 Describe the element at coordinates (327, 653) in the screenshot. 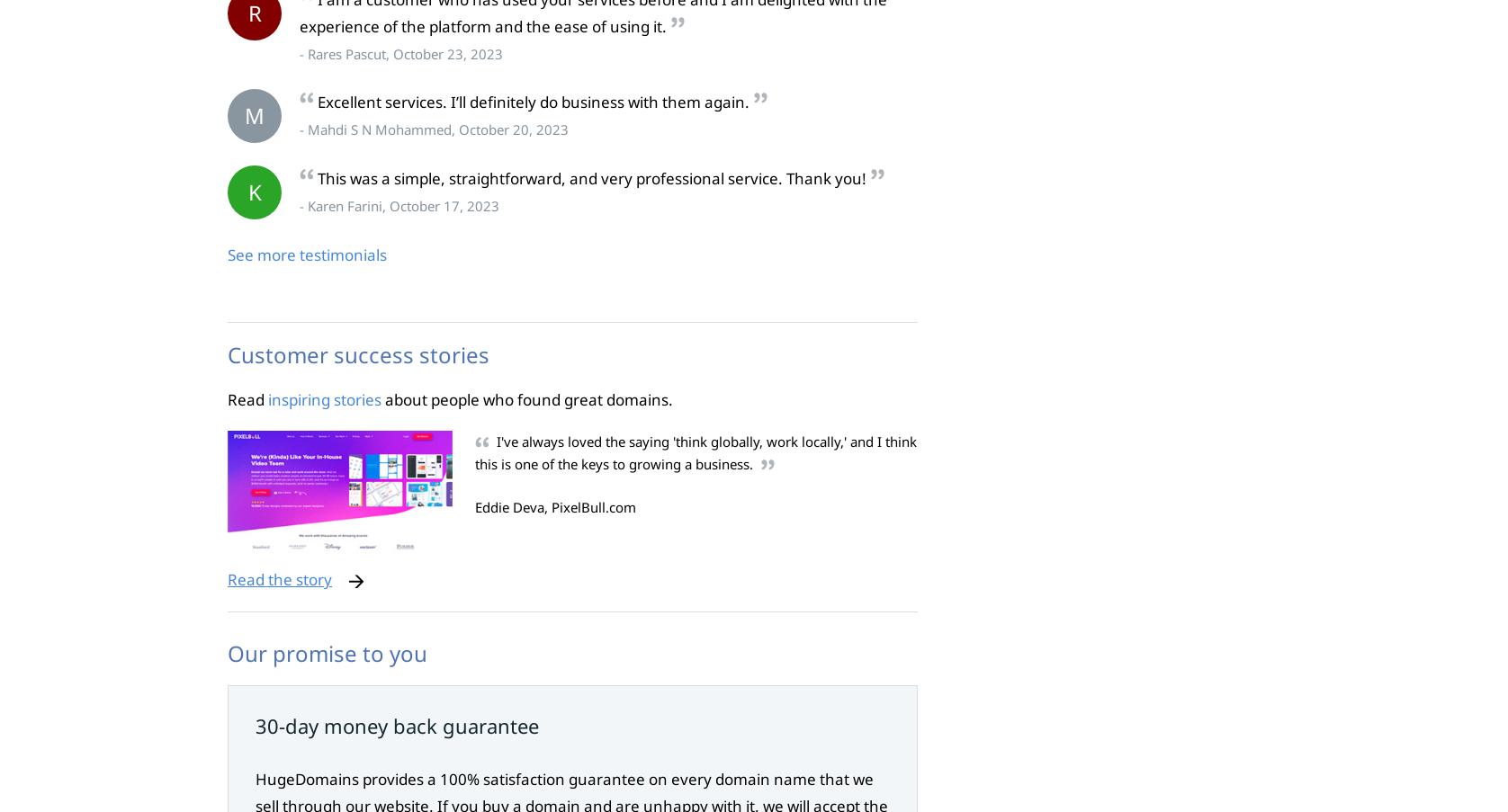

I see `'Our promise to you'` at that location.